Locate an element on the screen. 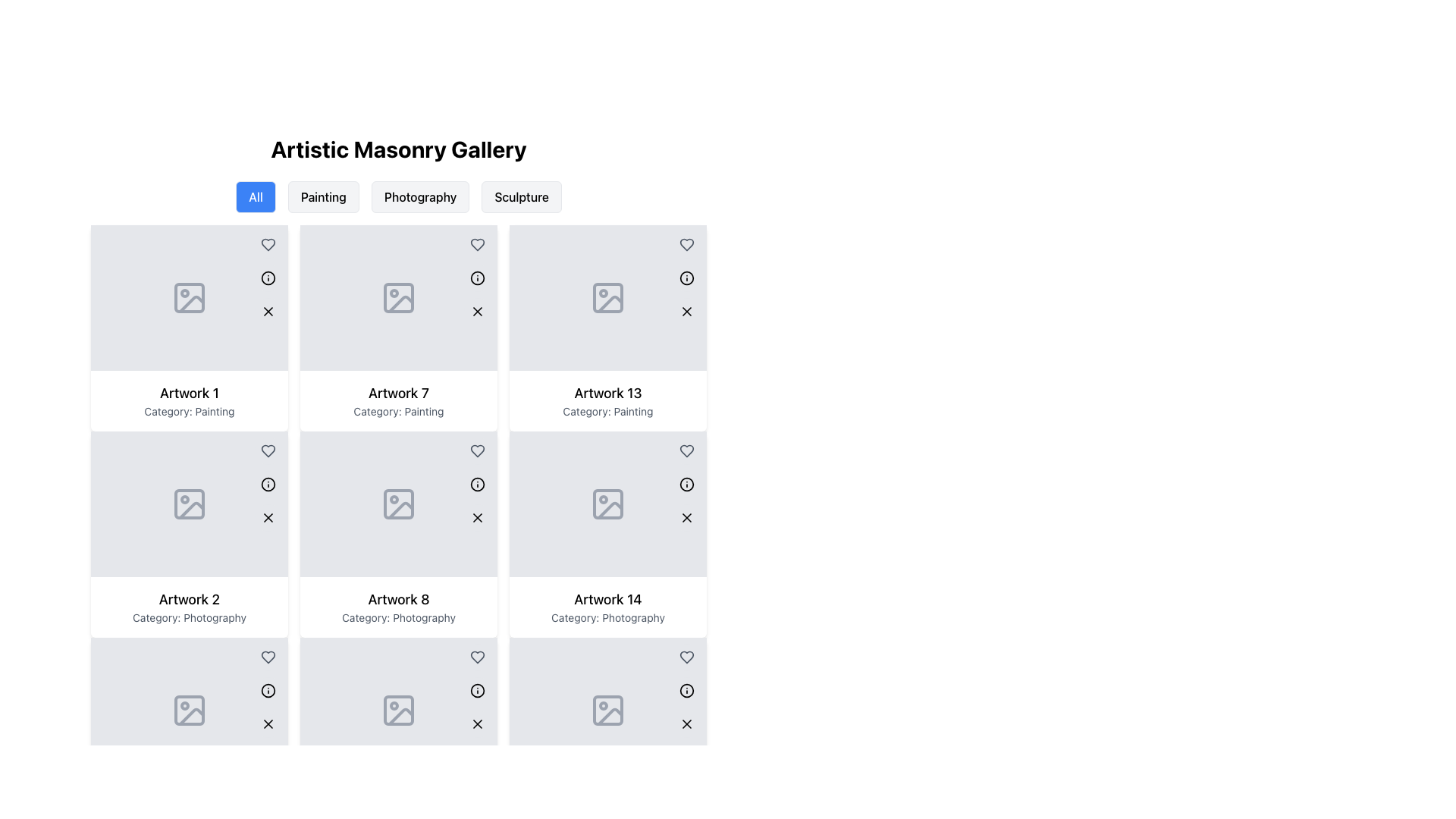  the text label styled in small gray font that reads 'Category: Painting', located beneath the heading 'Artwork 1' in the first column of the artwork grid is located at coordinates (188, 412).